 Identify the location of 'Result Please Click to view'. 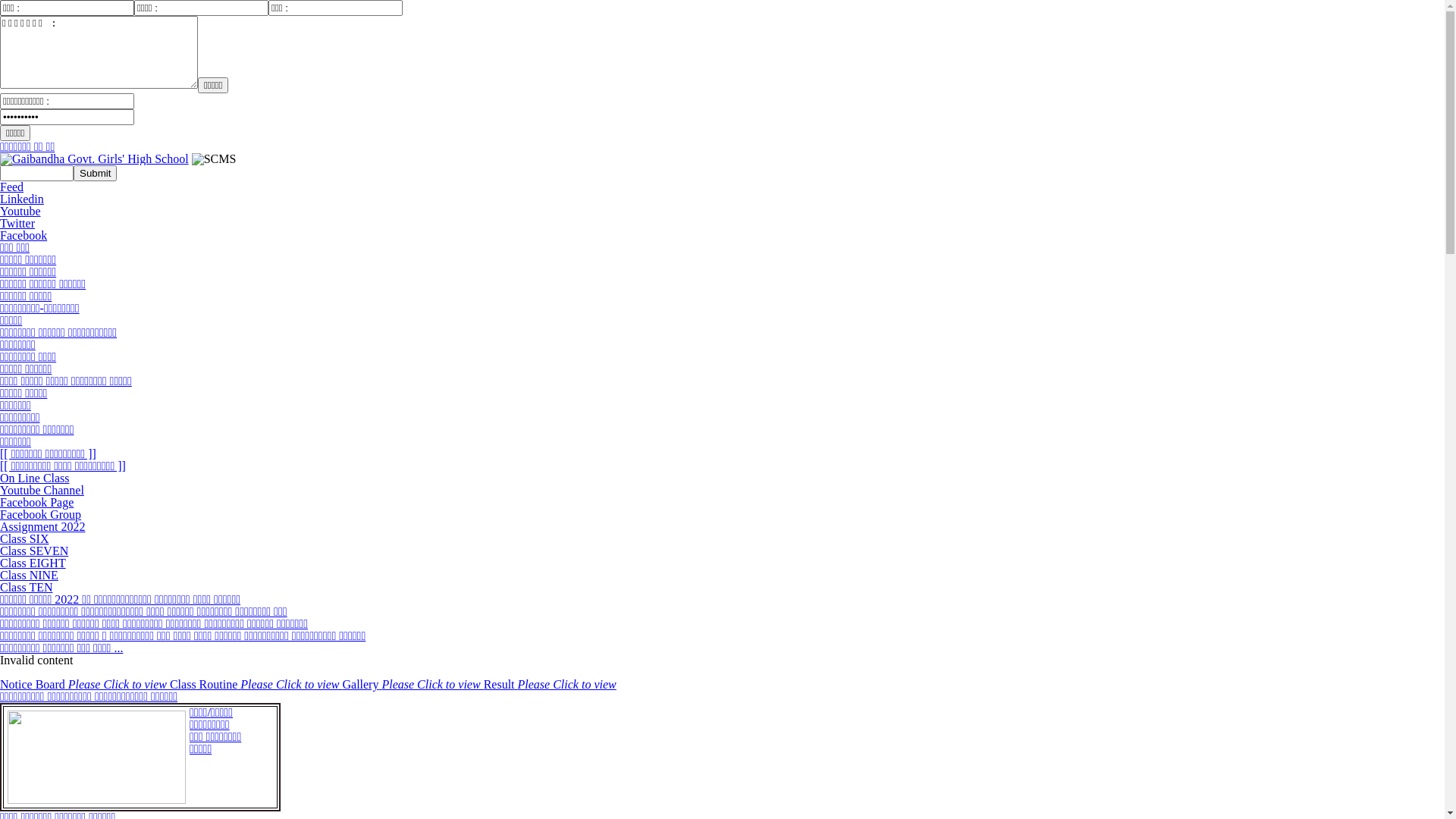
(483, 684).